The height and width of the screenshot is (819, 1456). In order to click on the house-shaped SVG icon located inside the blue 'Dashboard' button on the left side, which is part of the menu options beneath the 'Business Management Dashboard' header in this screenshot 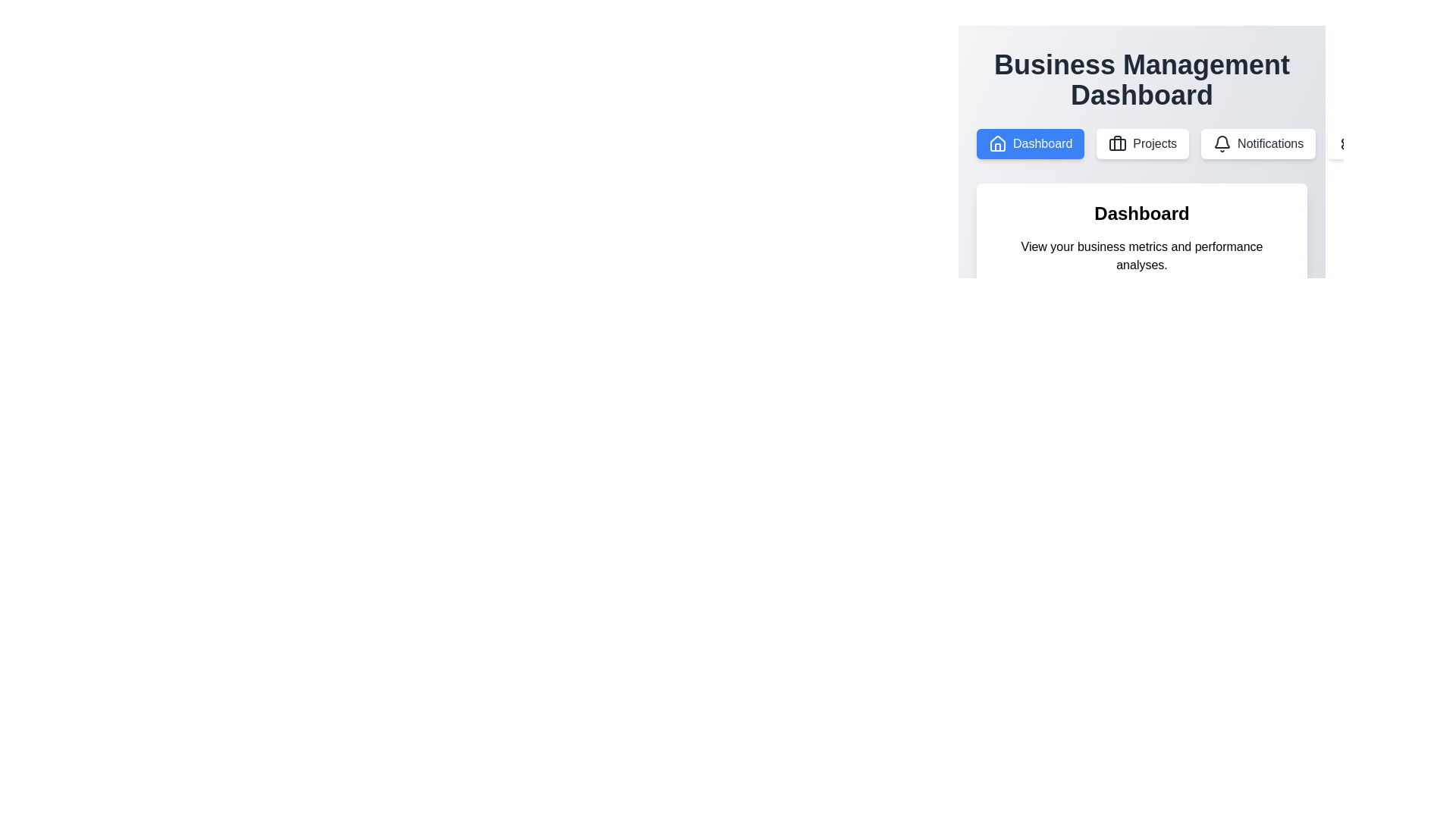, I will do `click(997, 143)`.